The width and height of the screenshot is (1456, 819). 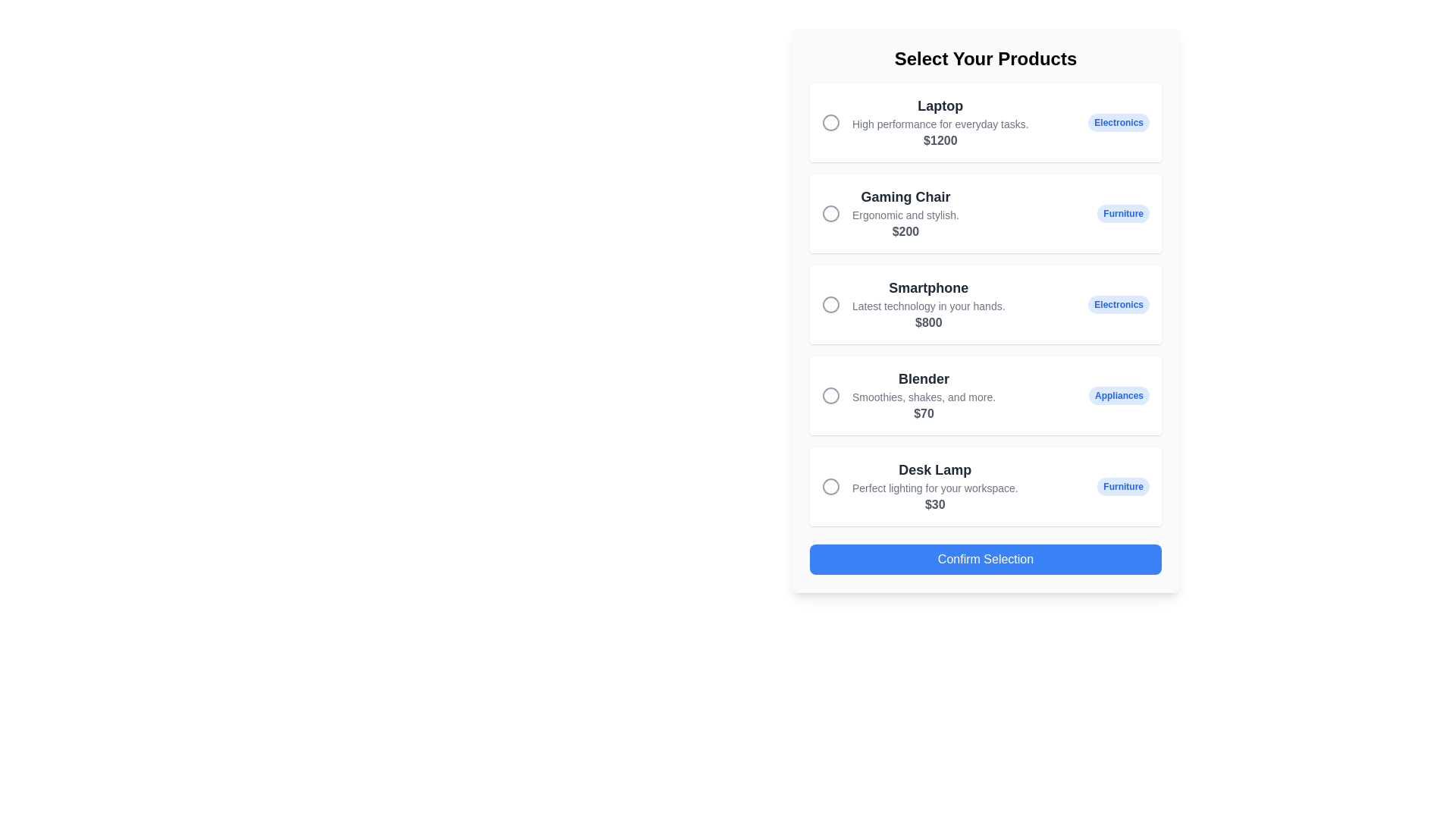 I want to click on the display text group containing product details for the 'Gaming Chair', which is the second entry in the product selection list, so click(x=905, y=213).